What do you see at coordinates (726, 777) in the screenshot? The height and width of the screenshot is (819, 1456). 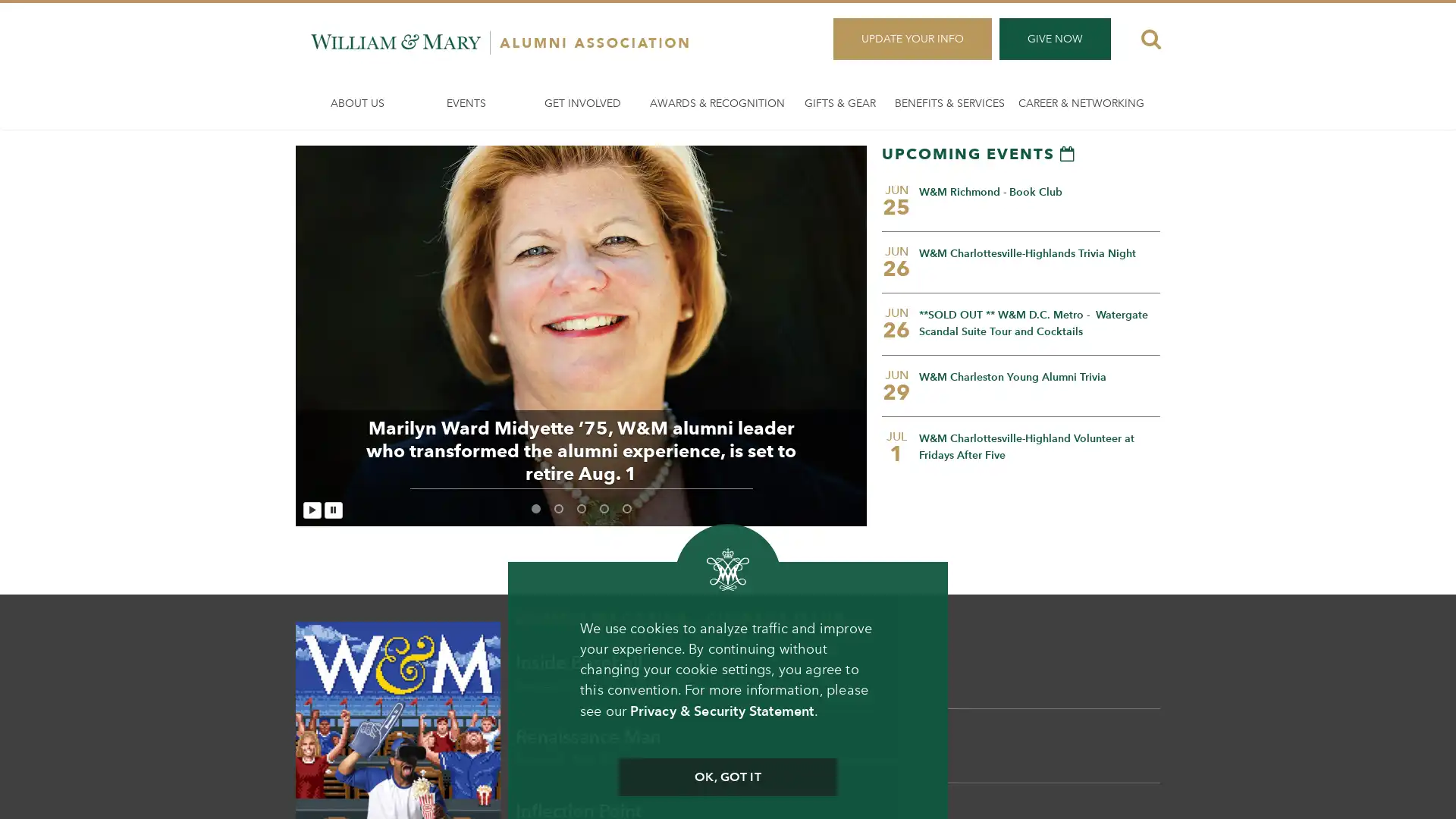 I see `OK, GOT IT` at bounding box center [726, 777].